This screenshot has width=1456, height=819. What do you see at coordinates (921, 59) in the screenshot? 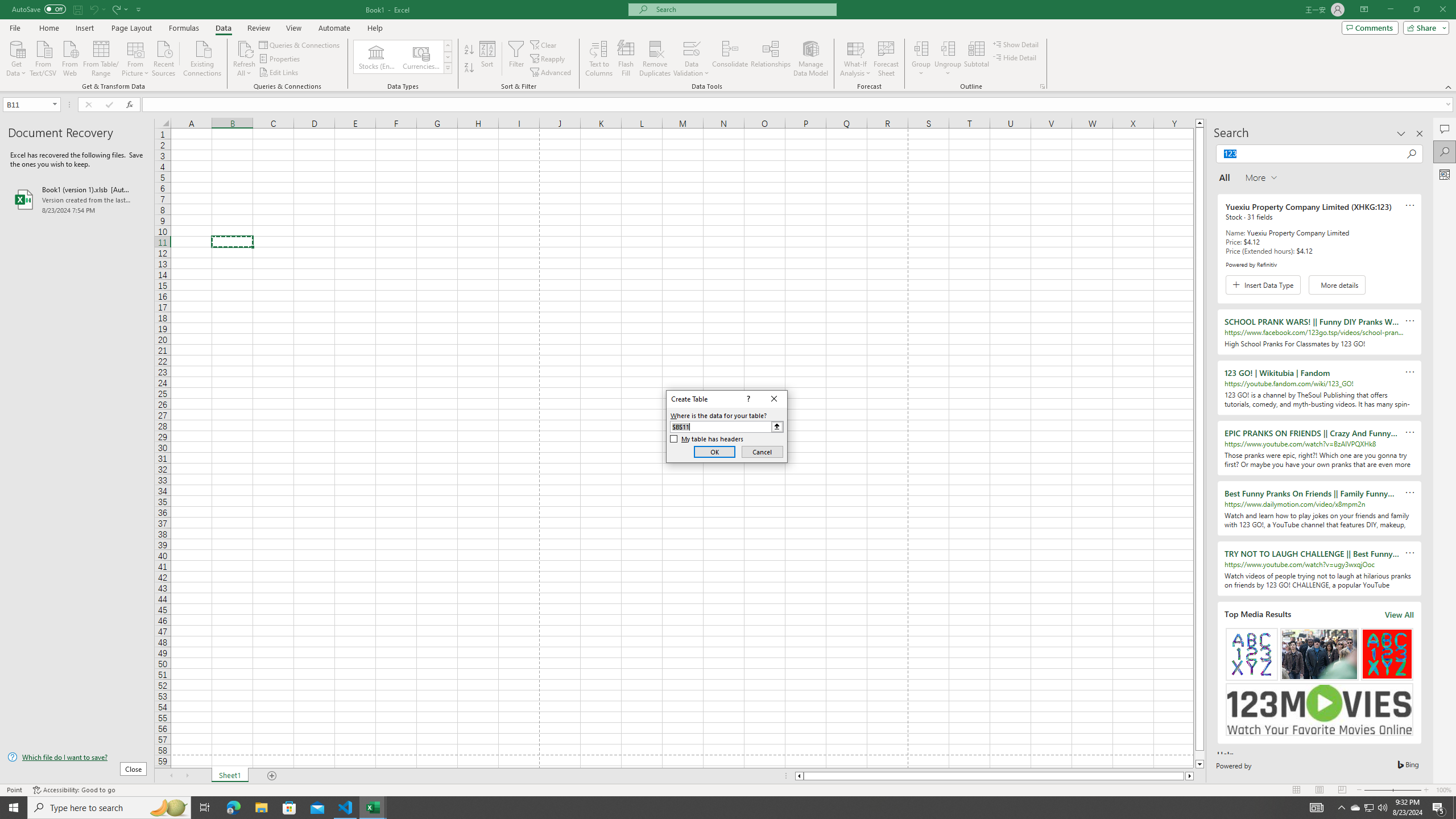
I see `'Group...'` at bounding box center [921, 59].